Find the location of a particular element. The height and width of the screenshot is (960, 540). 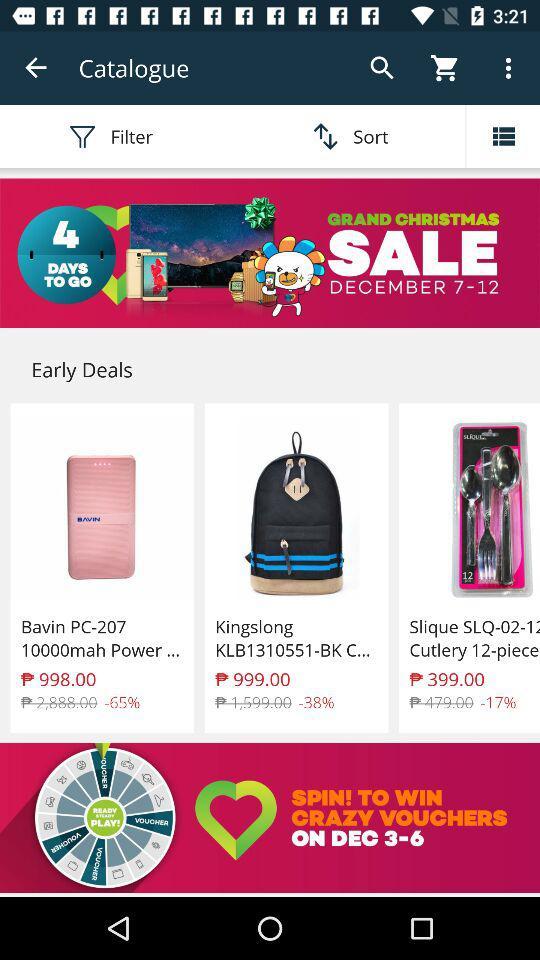

icon above the filter icon is located at coordinates (36, 68).